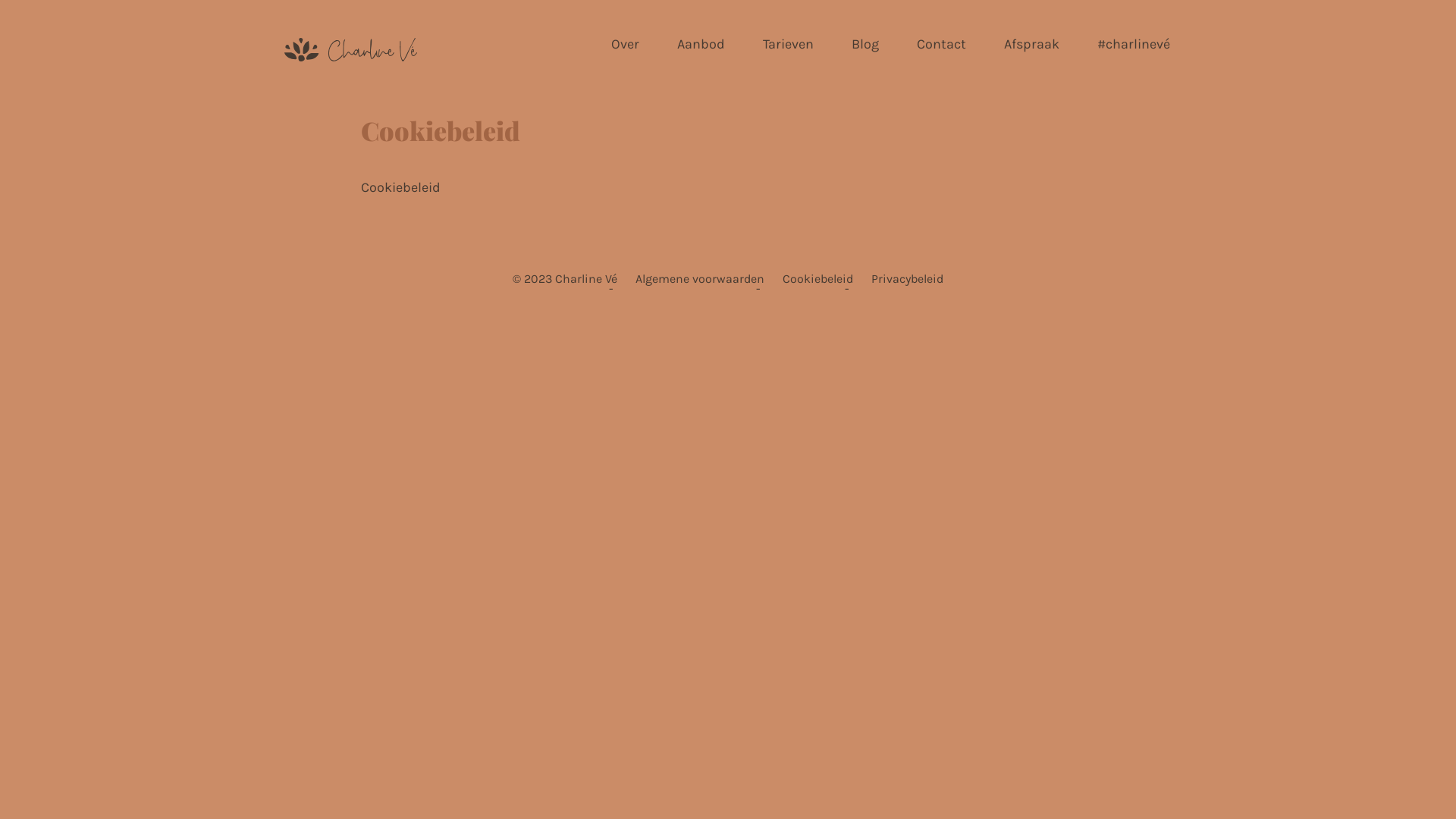 The height and width of the screenshot is (819, 1456). I want to click on 'Privacybeleid', so click(907, 278).